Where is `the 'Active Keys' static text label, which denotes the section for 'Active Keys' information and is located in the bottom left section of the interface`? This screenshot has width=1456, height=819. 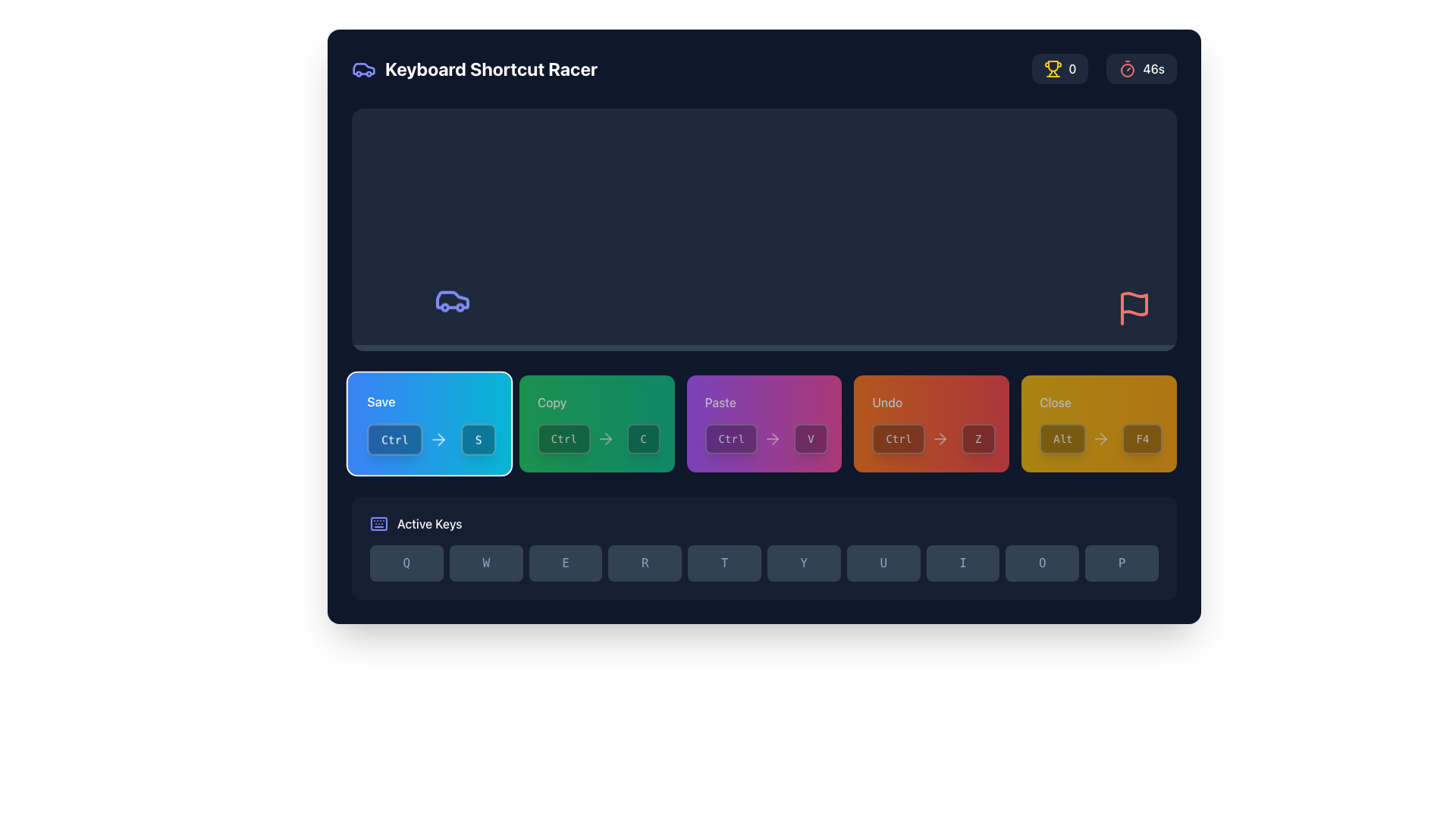 the 'Active Keys' static text label, which denotes the section for 'Active Keys' information and is located in the bottom left section of the interface is located at coordinates (428, 522).